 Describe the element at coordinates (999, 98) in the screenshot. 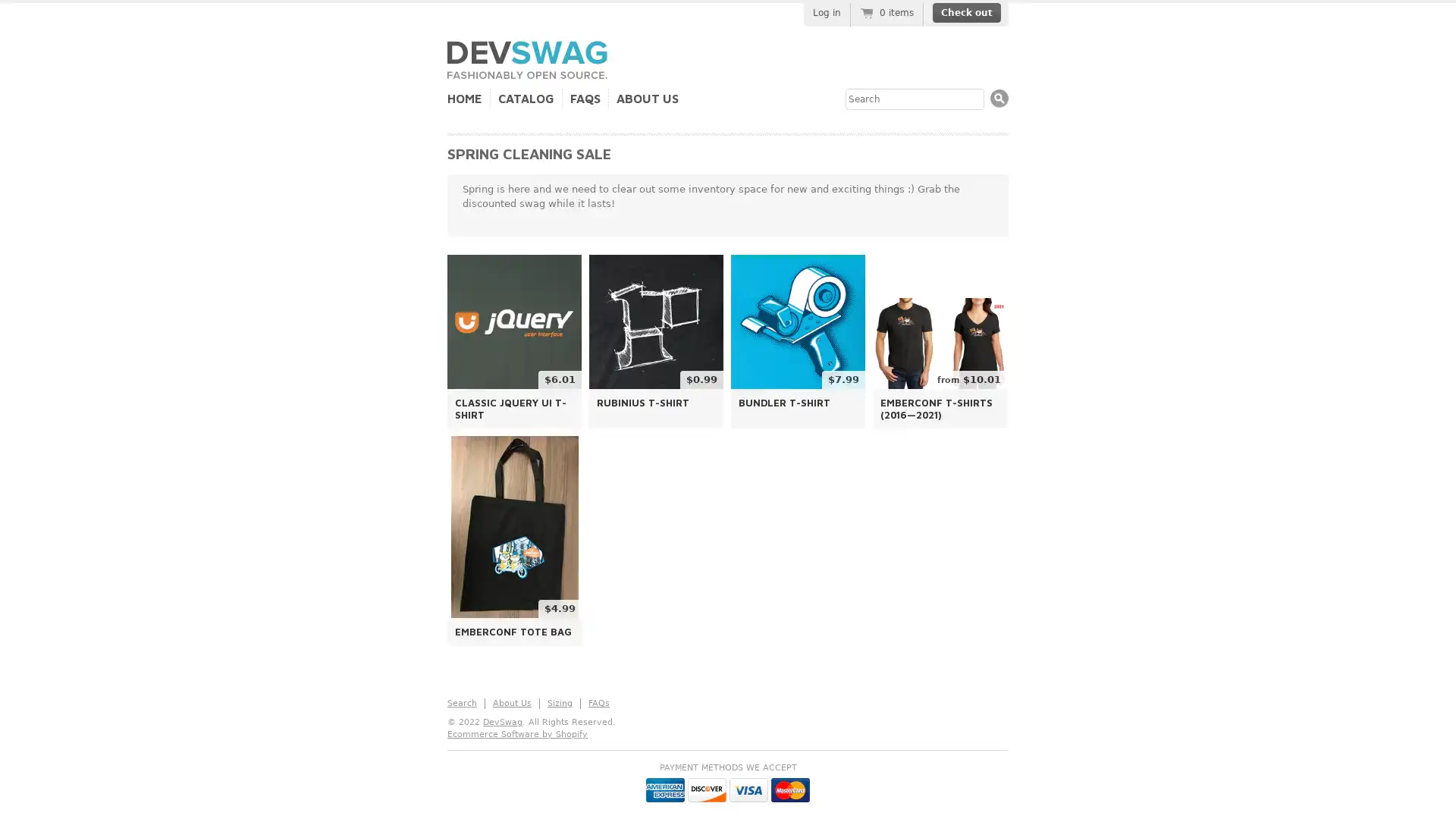

I see `Search` at that location.